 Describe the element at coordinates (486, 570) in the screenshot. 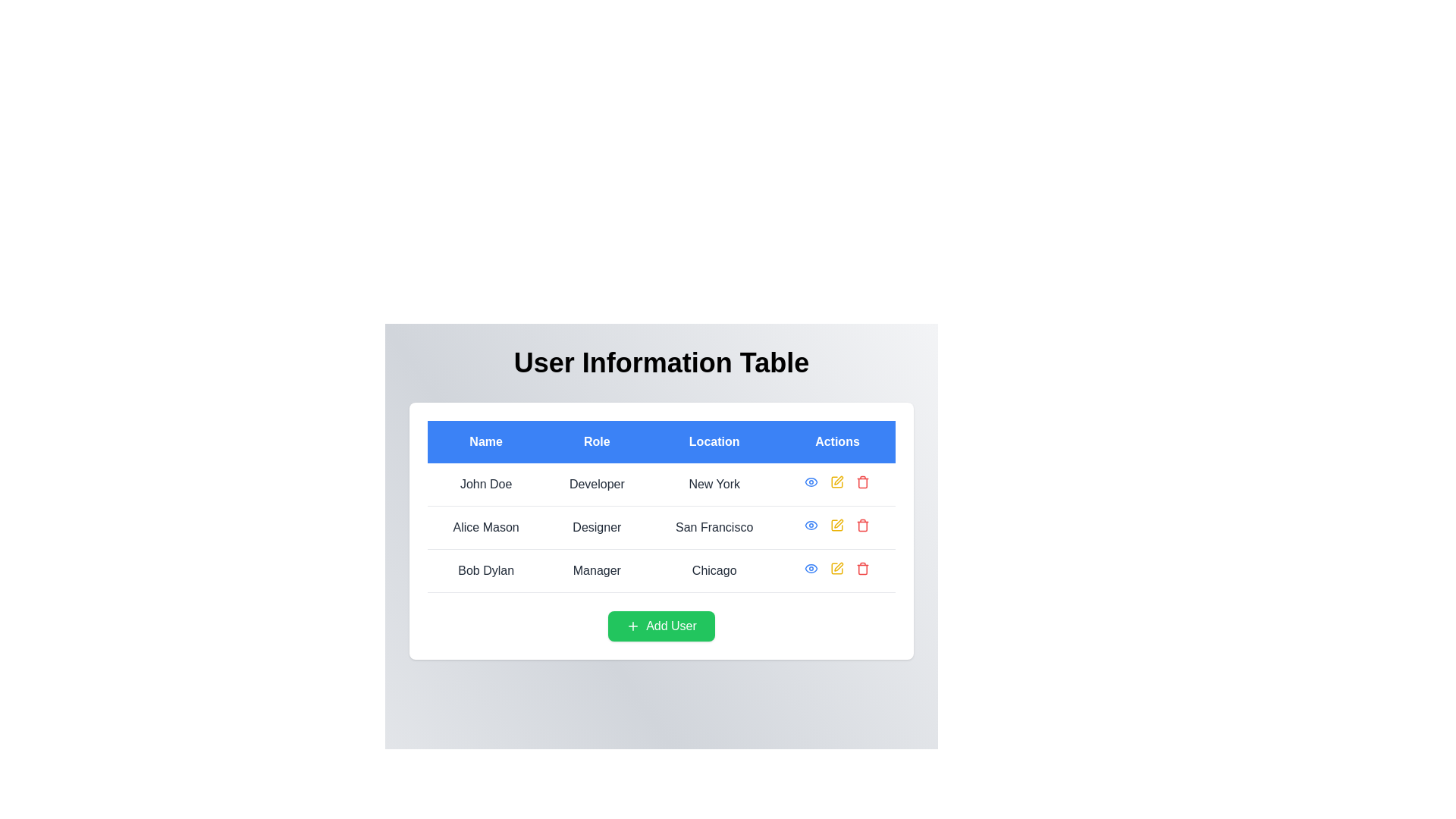

I see `the text label identifying the user named Bob Dylan, located in the third row of the table under the 'Name' column` at that location.